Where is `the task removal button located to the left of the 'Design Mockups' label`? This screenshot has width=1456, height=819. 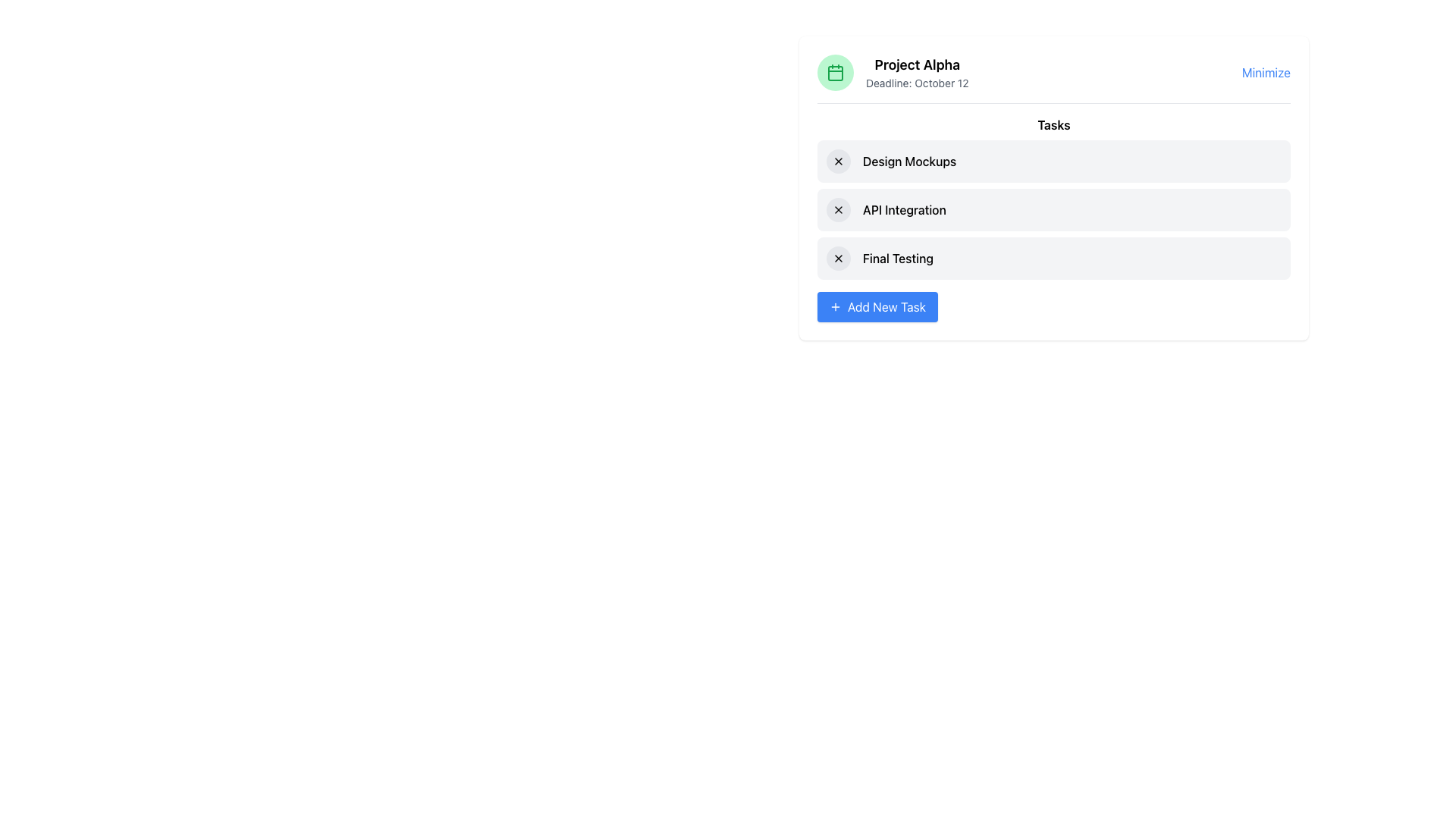 the task removal button located to the left of the 'Design Mockups' label is located at coordinates (837, 161).